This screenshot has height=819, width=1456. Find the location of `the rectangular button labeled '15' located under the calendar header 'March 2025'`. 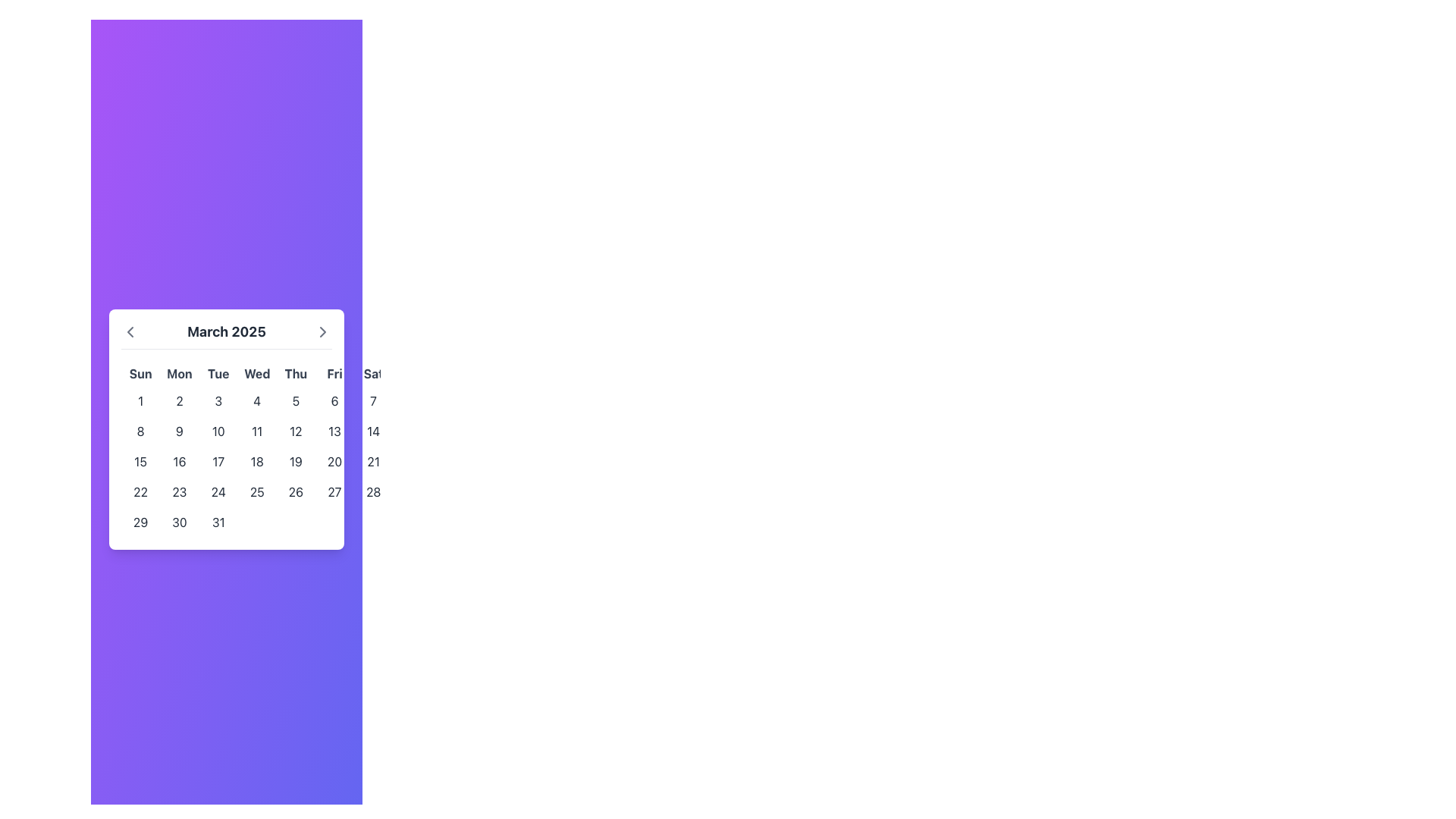

the rectangular button labeled '15' located under the calendar header 'March 2025' is located at coordinates (140, 460).